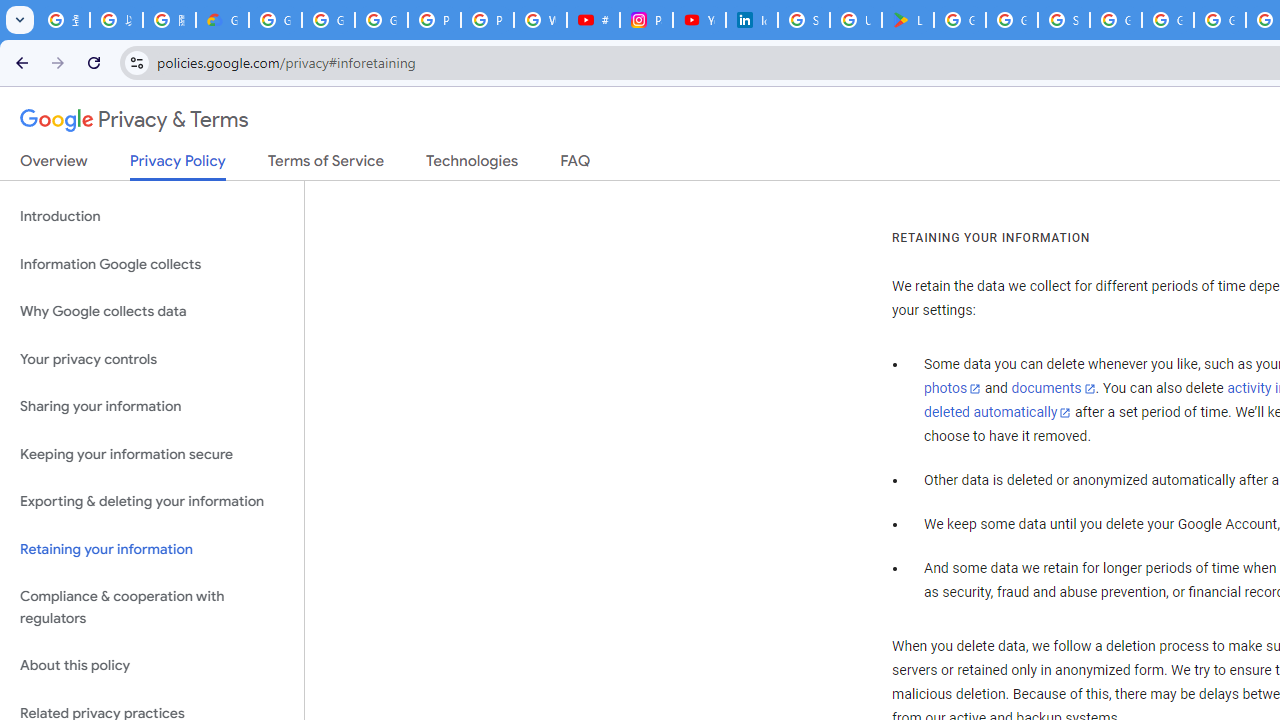  Describe the element at coordinates (907, 20) in the screenshot. I see `'Last Shelter: Survival - Apps on Google Play'` at that location.